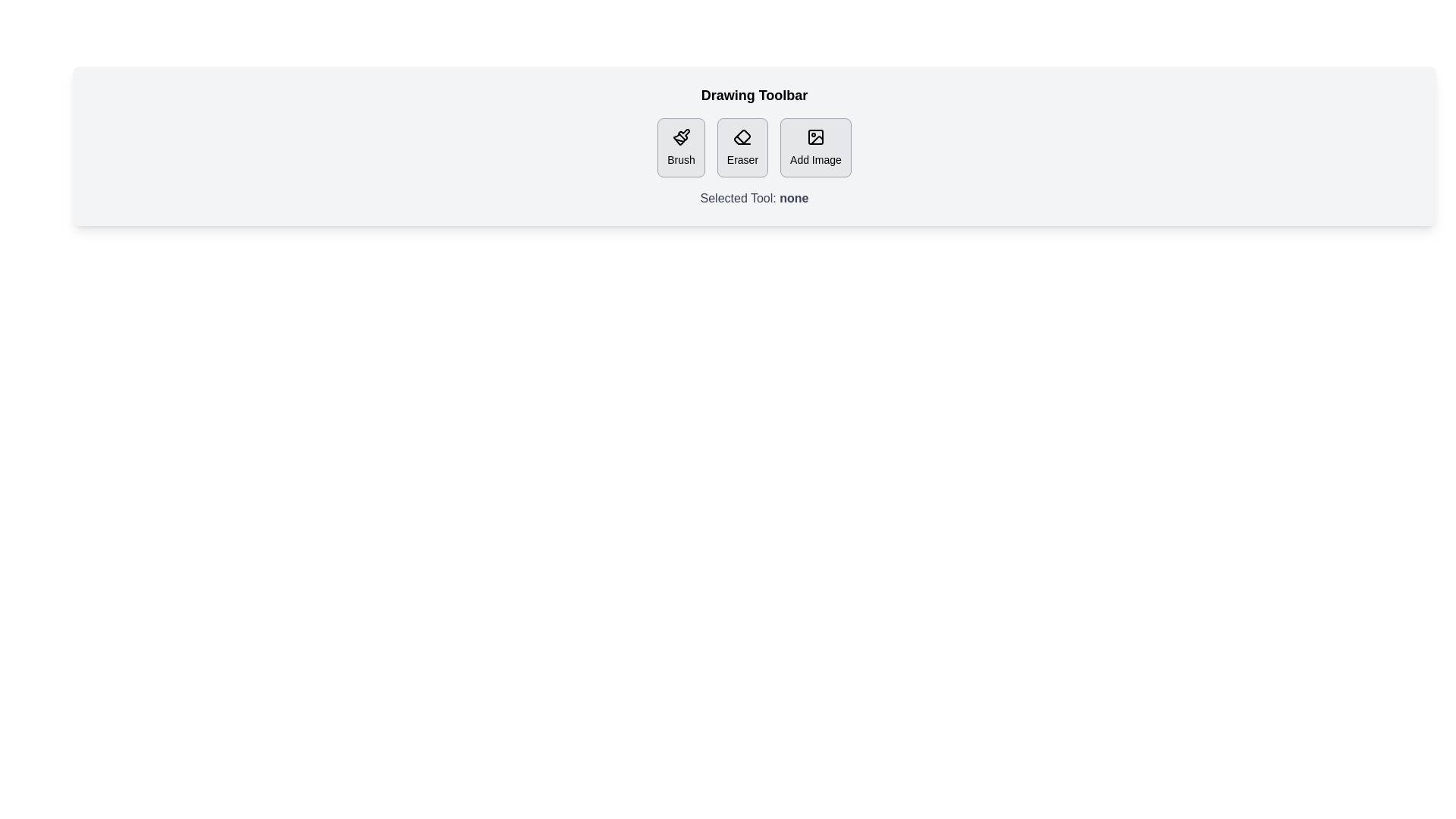 The image size is (1456, 819). Describe the element at coordinates (680, 148) in the screenshot. I see `the Brush button to observe the hover effect` at that location.